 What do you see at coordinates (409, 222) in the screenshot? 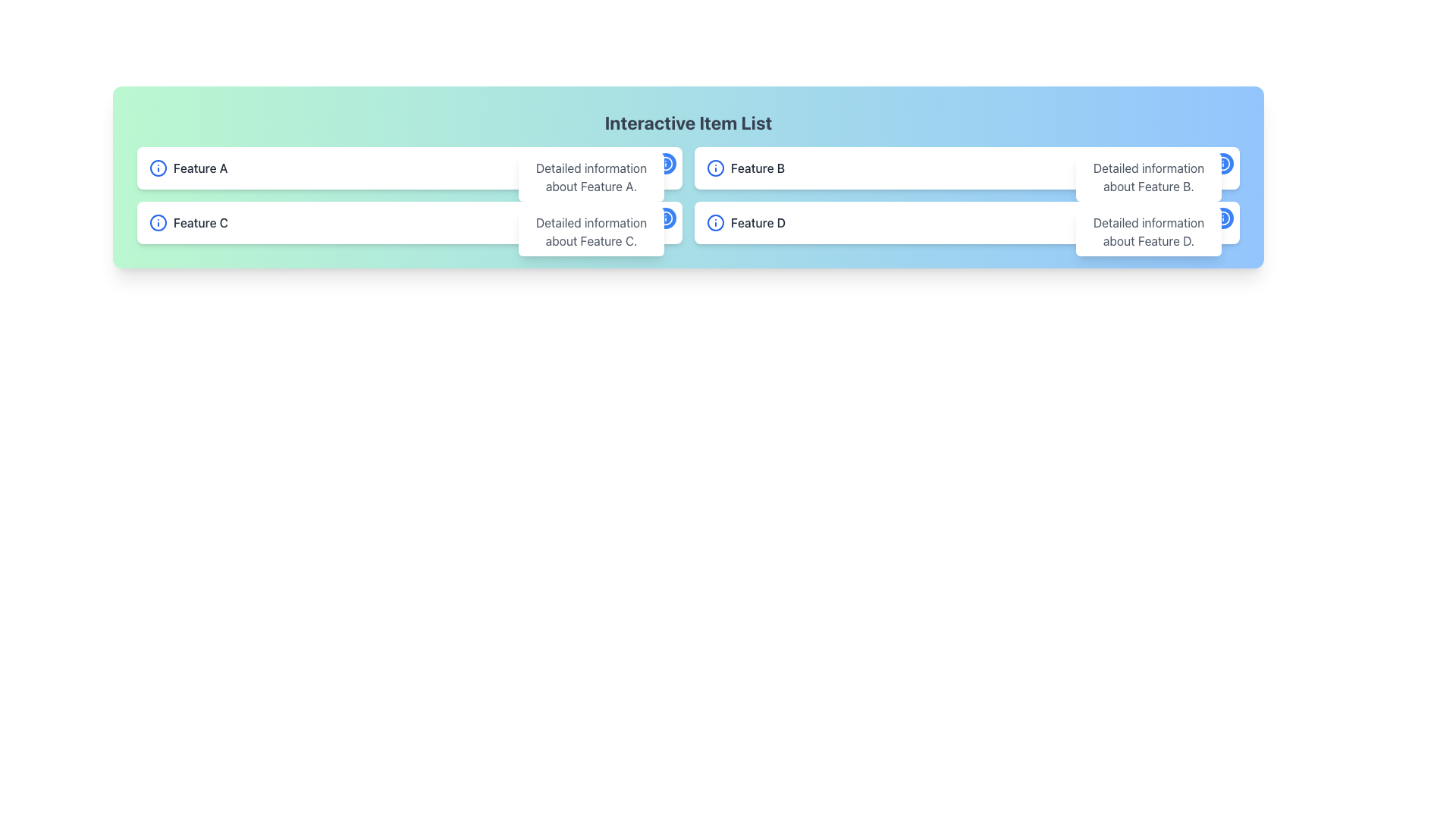
I see `the Card or List Item displaying information about 'Feature C' located in the second row of a two-row grid` at bounding box center [409, 222].